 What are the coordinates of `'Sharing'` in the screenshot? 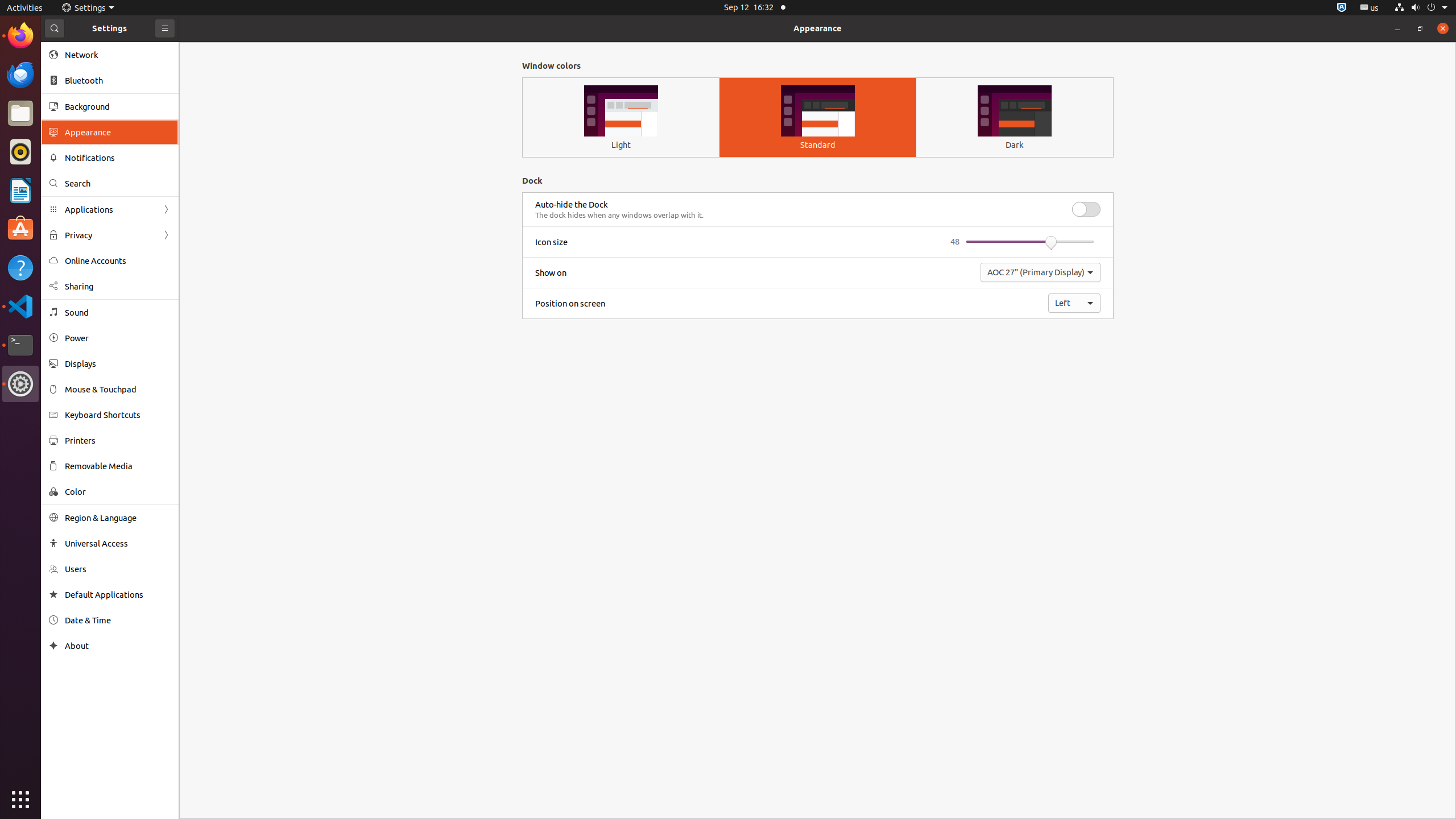 It's located at (118, 286).